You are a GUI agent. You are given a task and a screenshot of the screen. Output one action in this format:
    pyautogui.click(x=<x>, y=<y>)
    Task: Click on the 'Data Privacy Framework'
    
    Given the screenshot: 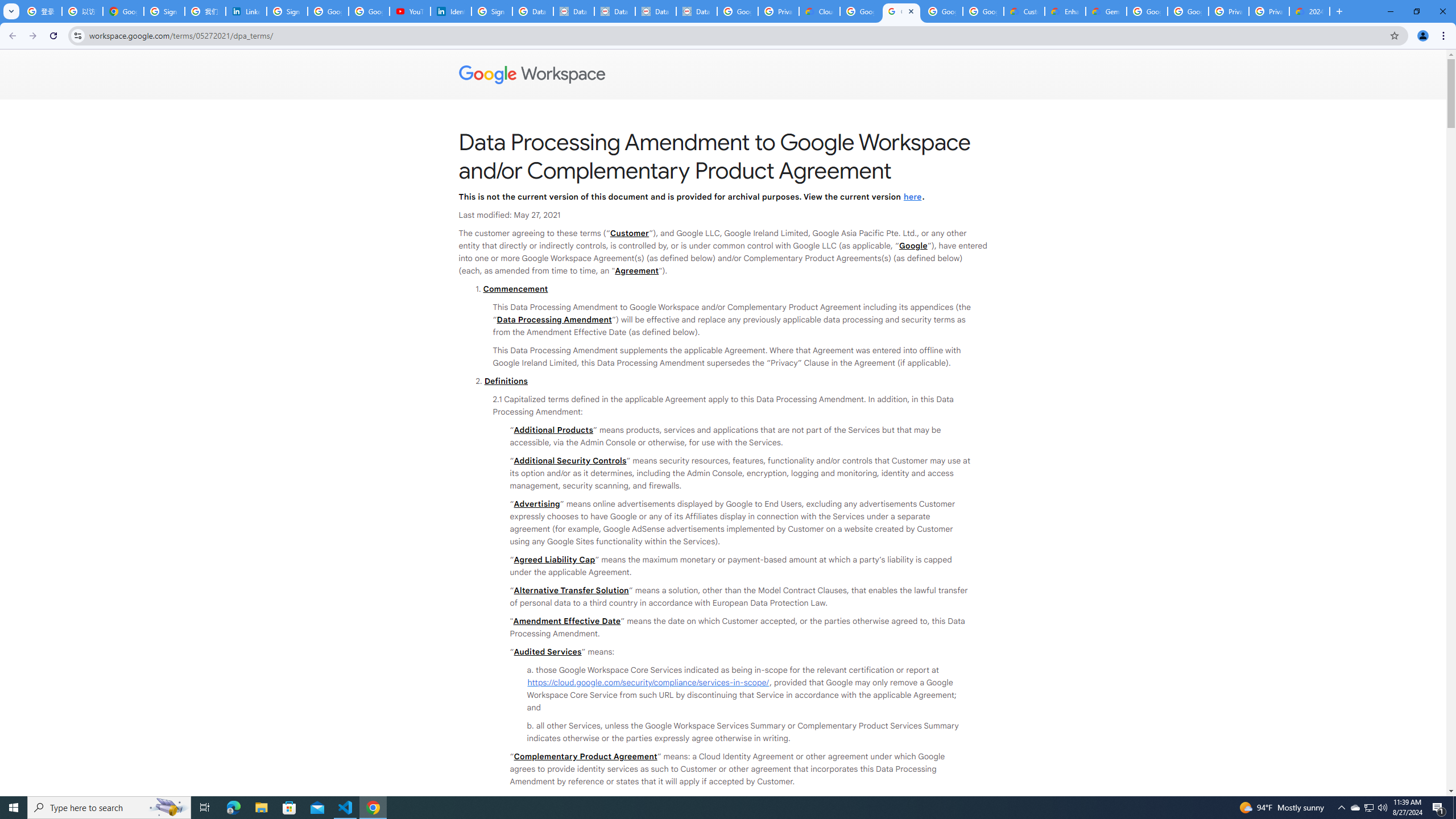 What is the action you would take?
    pyautogui.click(x=614, y=11)
    